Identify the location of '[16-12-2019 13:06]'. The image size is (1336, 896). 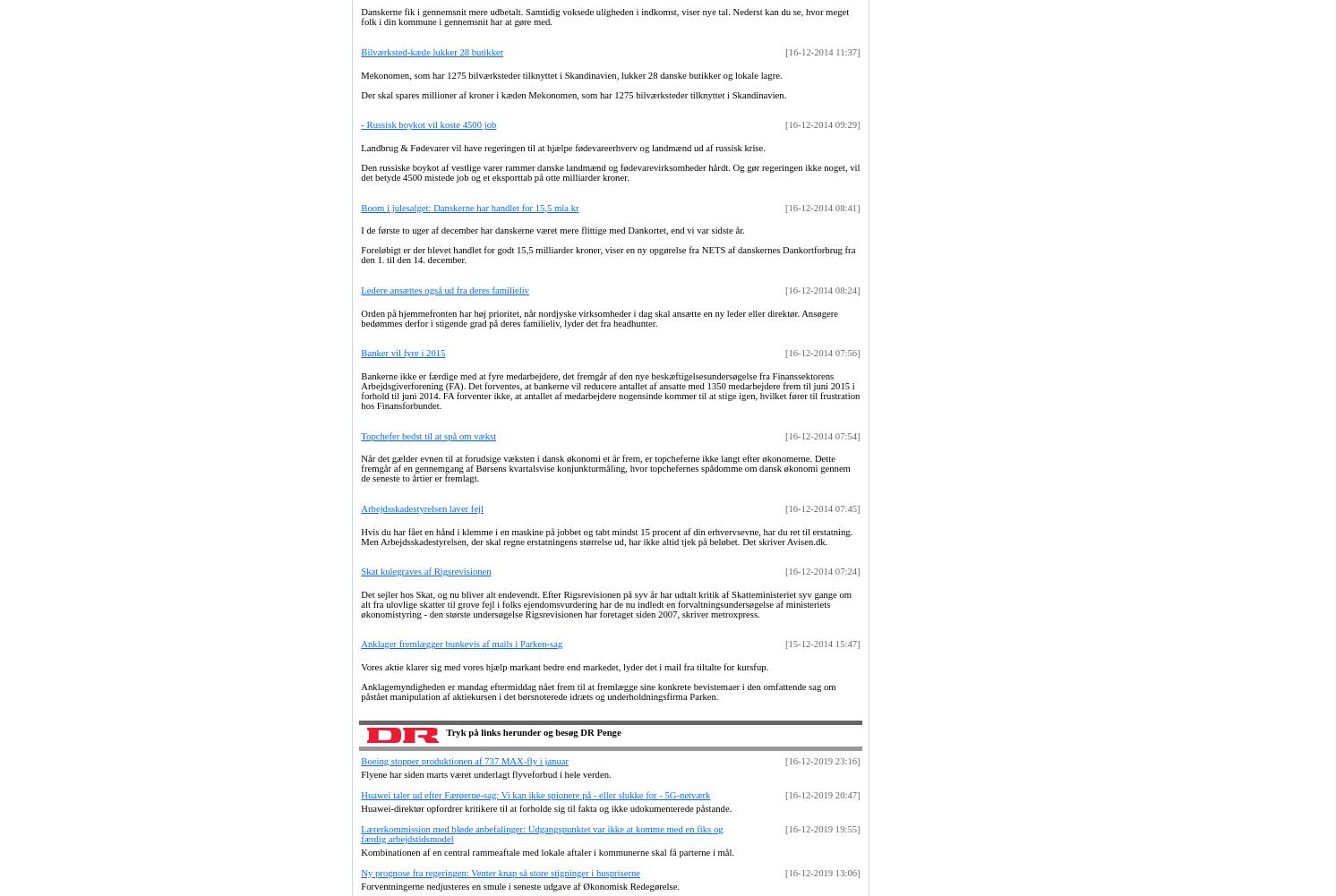
(822, 871).